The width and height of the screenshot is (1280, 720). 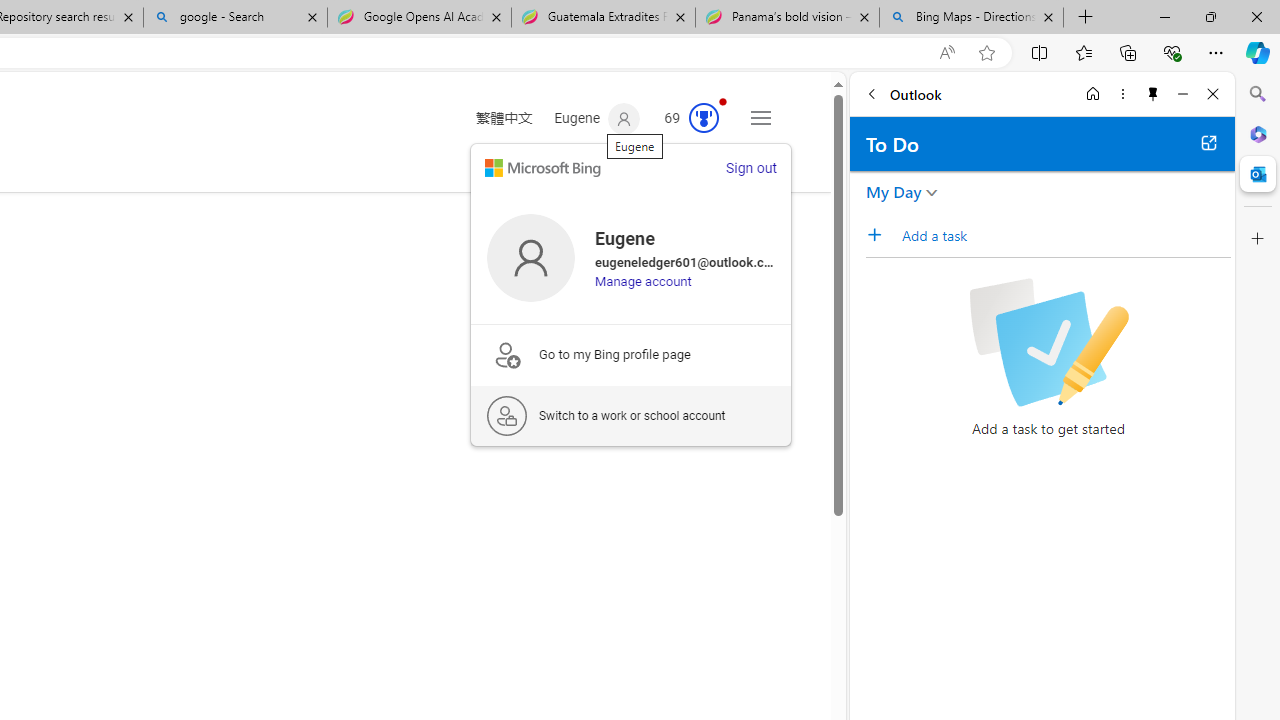 What do you see at coordinates (630, 353) in the screenshot?
I see `'Go to my Bing profile page'` at bounding box center [630, 353].